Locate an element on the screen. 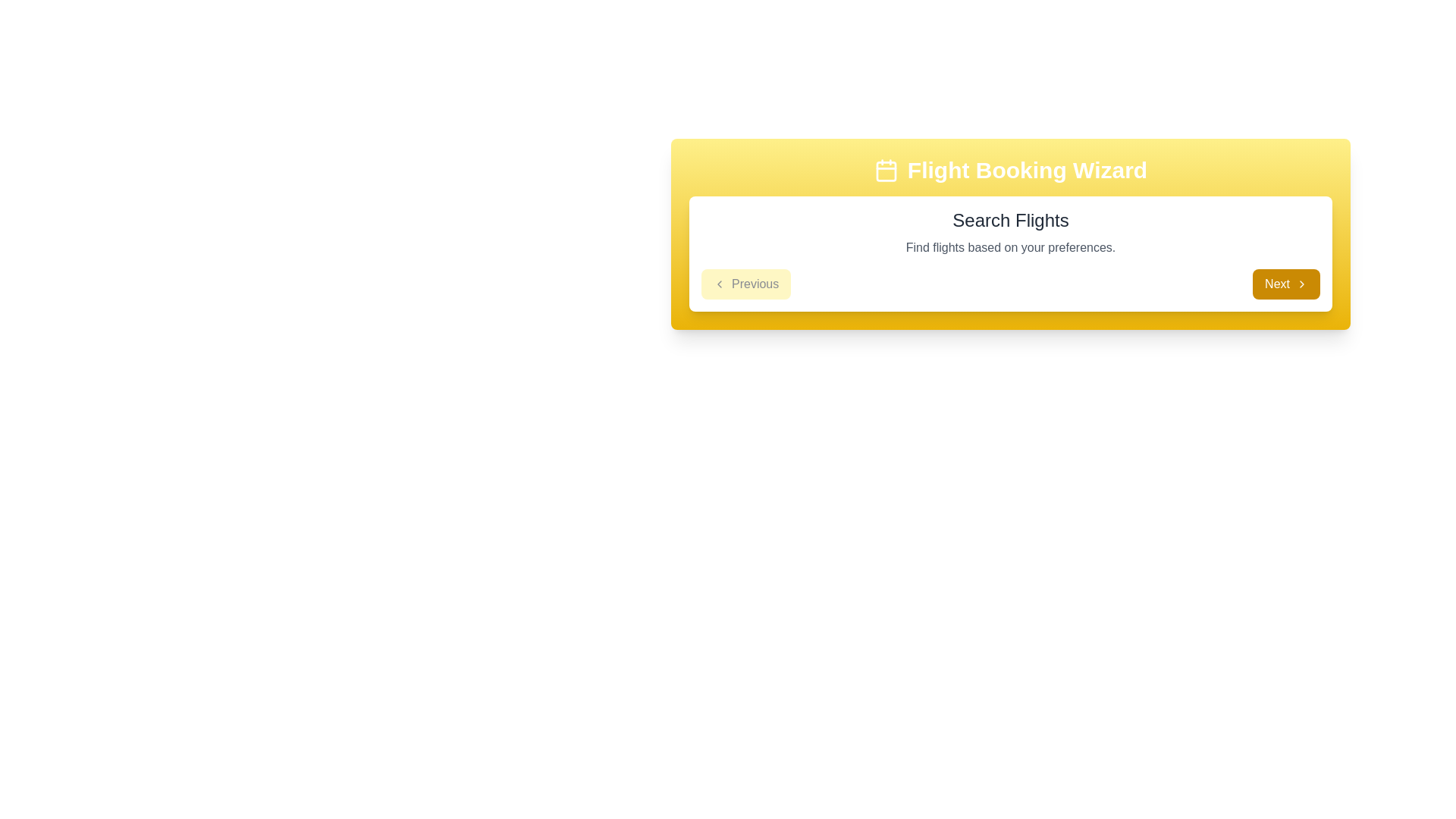 This screenshot has width=1456, height=819. the 'Previous' button, which is a rounded rectangular button with gray text on a yellow background, located at the bottom section of the content card is located at coordinates (746, 284).